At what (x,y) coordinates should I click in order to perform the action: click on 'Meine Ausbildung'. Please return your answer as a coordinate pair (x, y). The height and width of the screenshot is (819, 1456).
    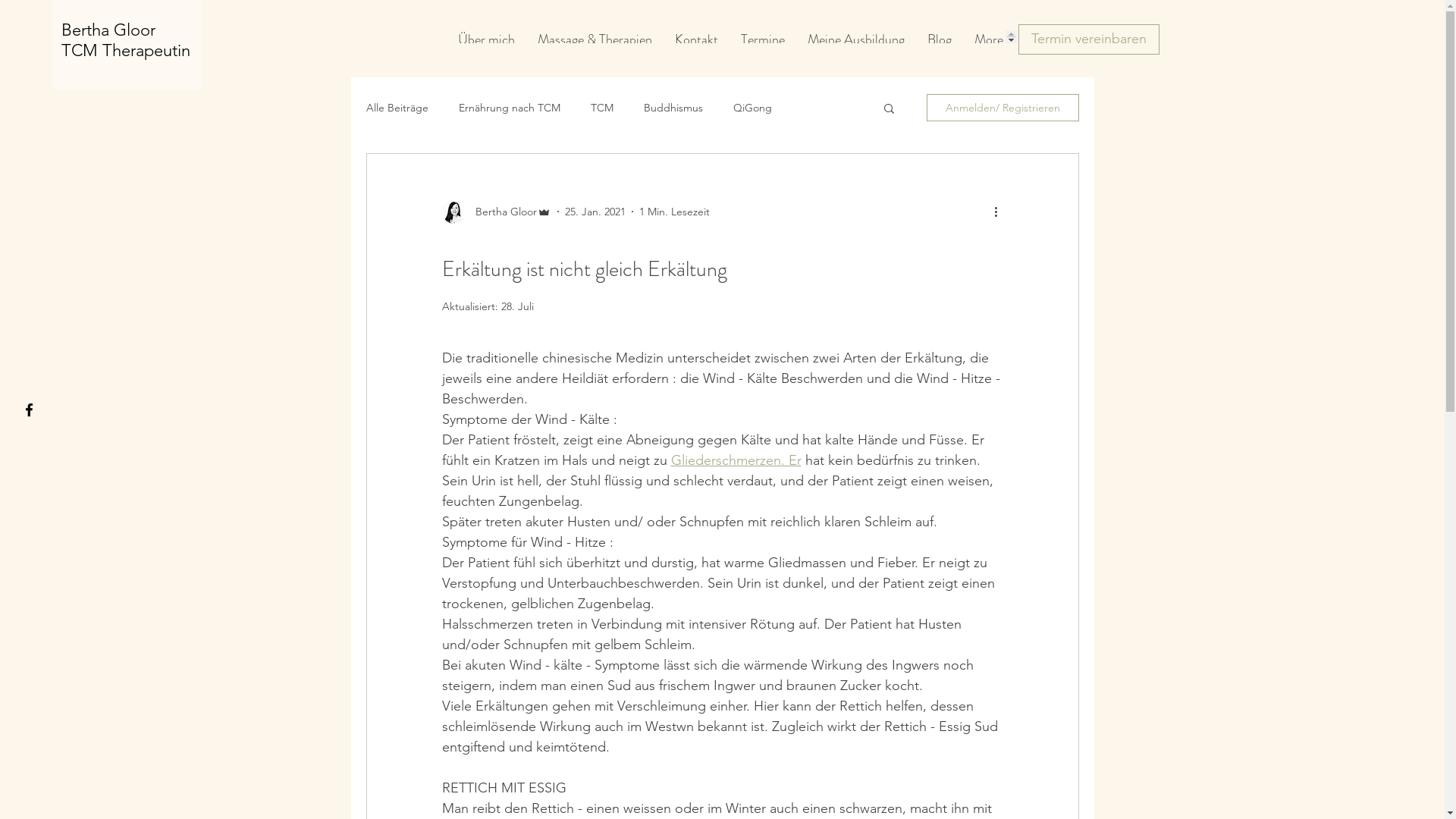
    Looking at the image, I should click on (855, 36).